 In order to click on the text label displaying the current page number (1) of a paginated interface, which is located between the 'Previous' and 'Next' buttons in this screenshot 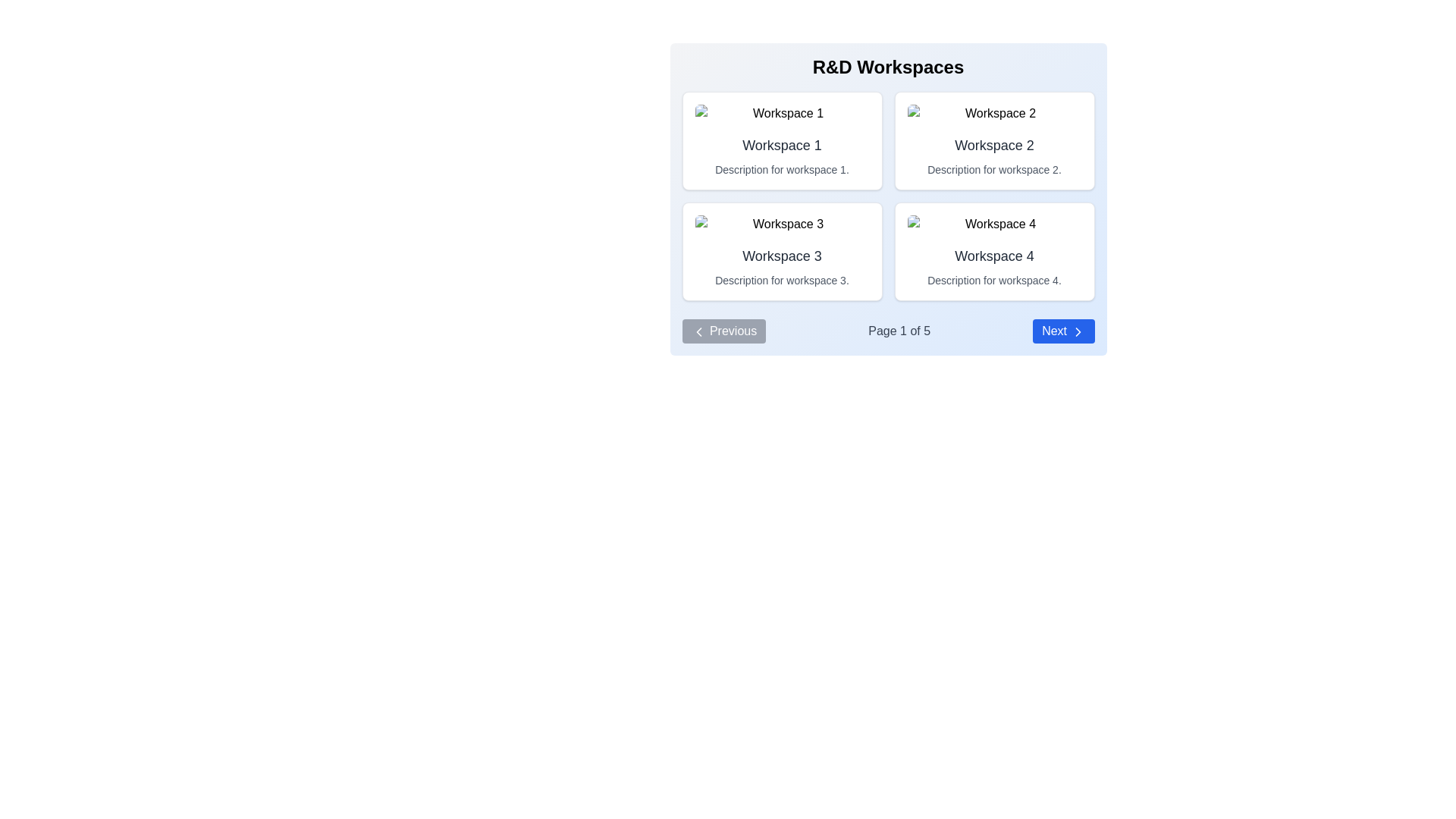, I will do `click(899, 330)`.